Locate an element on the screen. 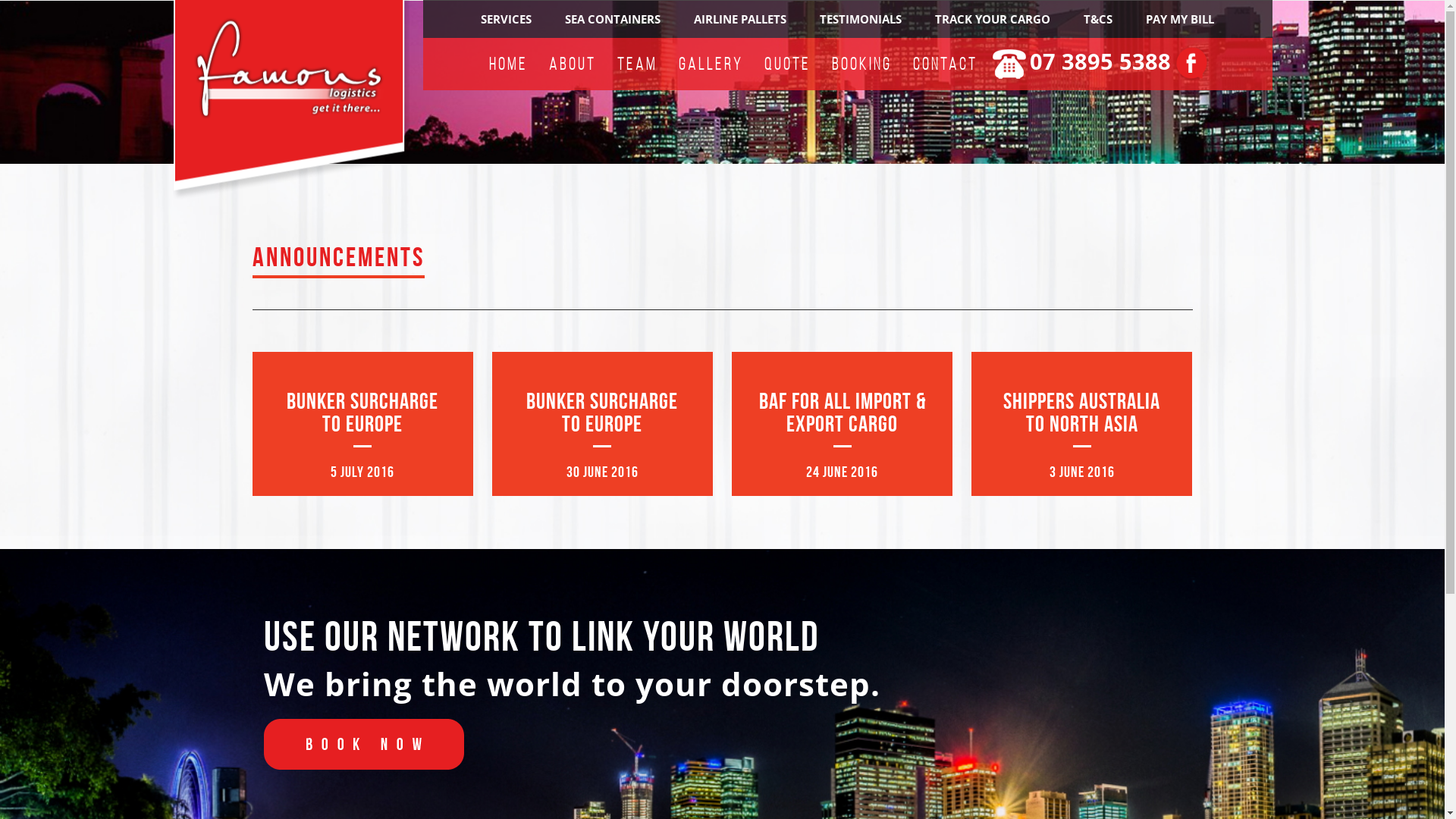 This screenshot has width=1456, height=819. 'PAY MY BILL' is located at coordinates (1178, 18).